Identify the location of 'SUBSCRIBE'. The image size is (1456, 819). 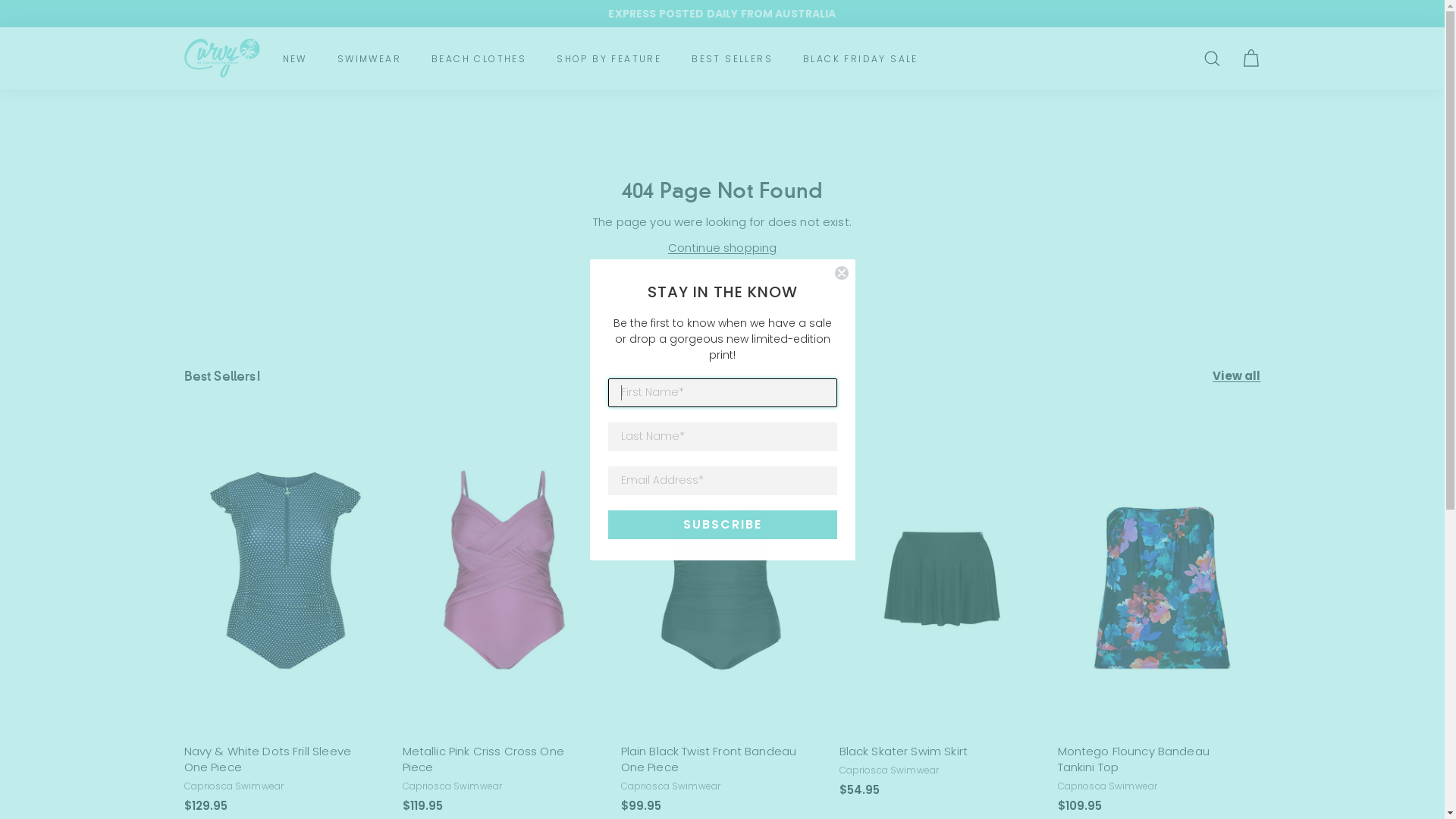
(607, 522).